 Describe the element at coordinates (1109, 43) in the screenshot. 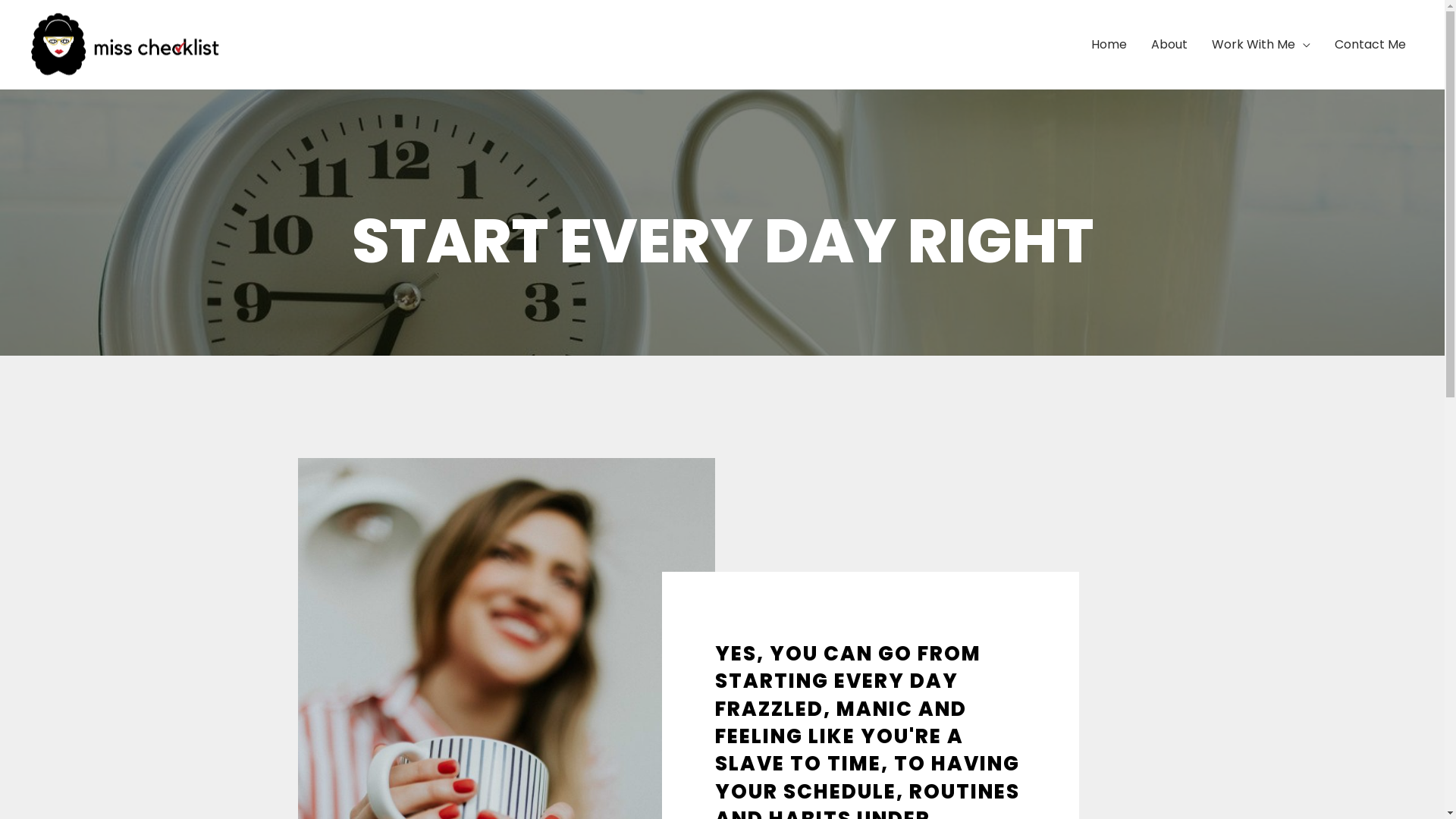

I see `'Home'` at that location.